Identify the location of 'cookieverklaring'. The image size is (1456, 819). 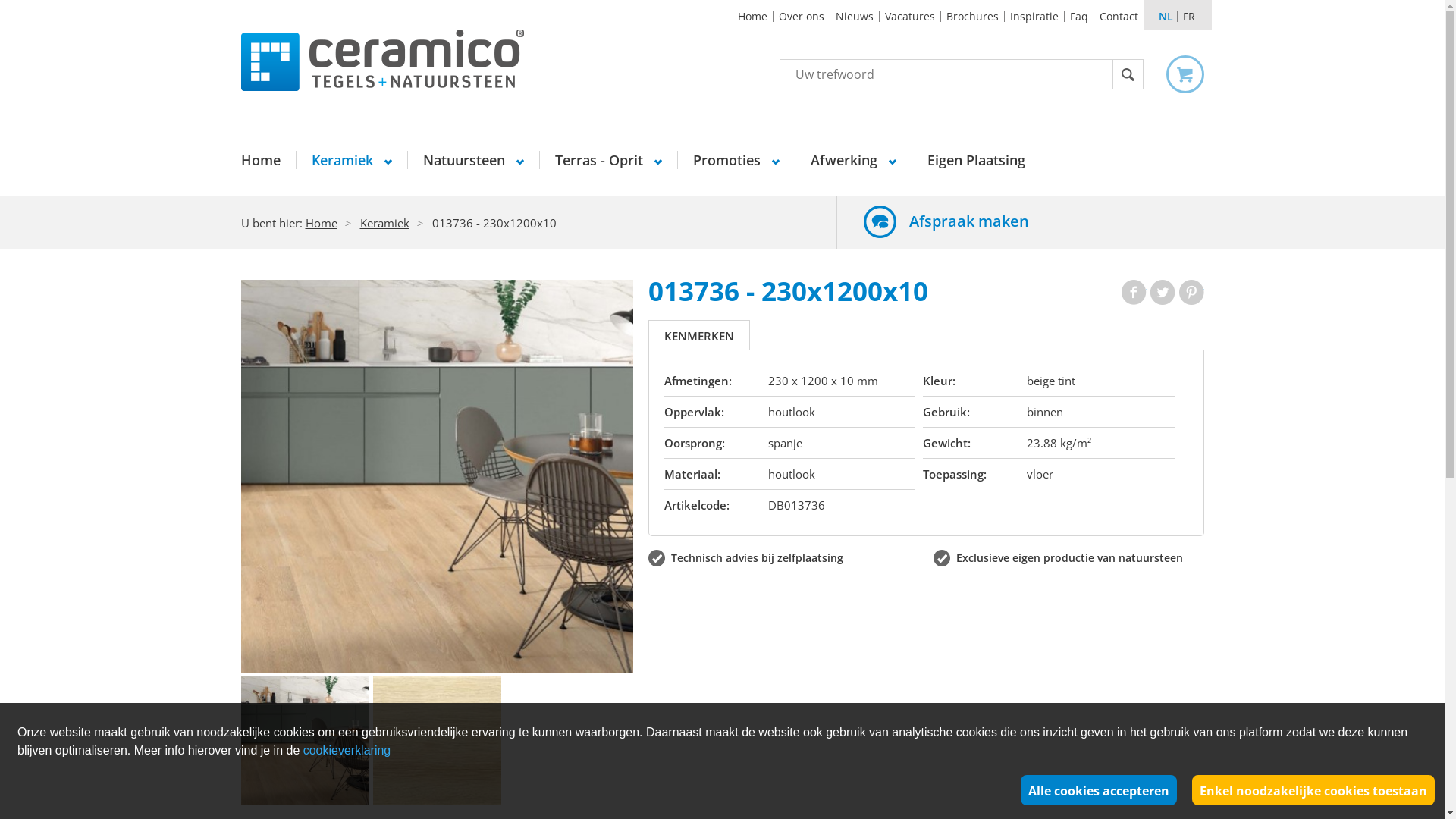
(346, 749).